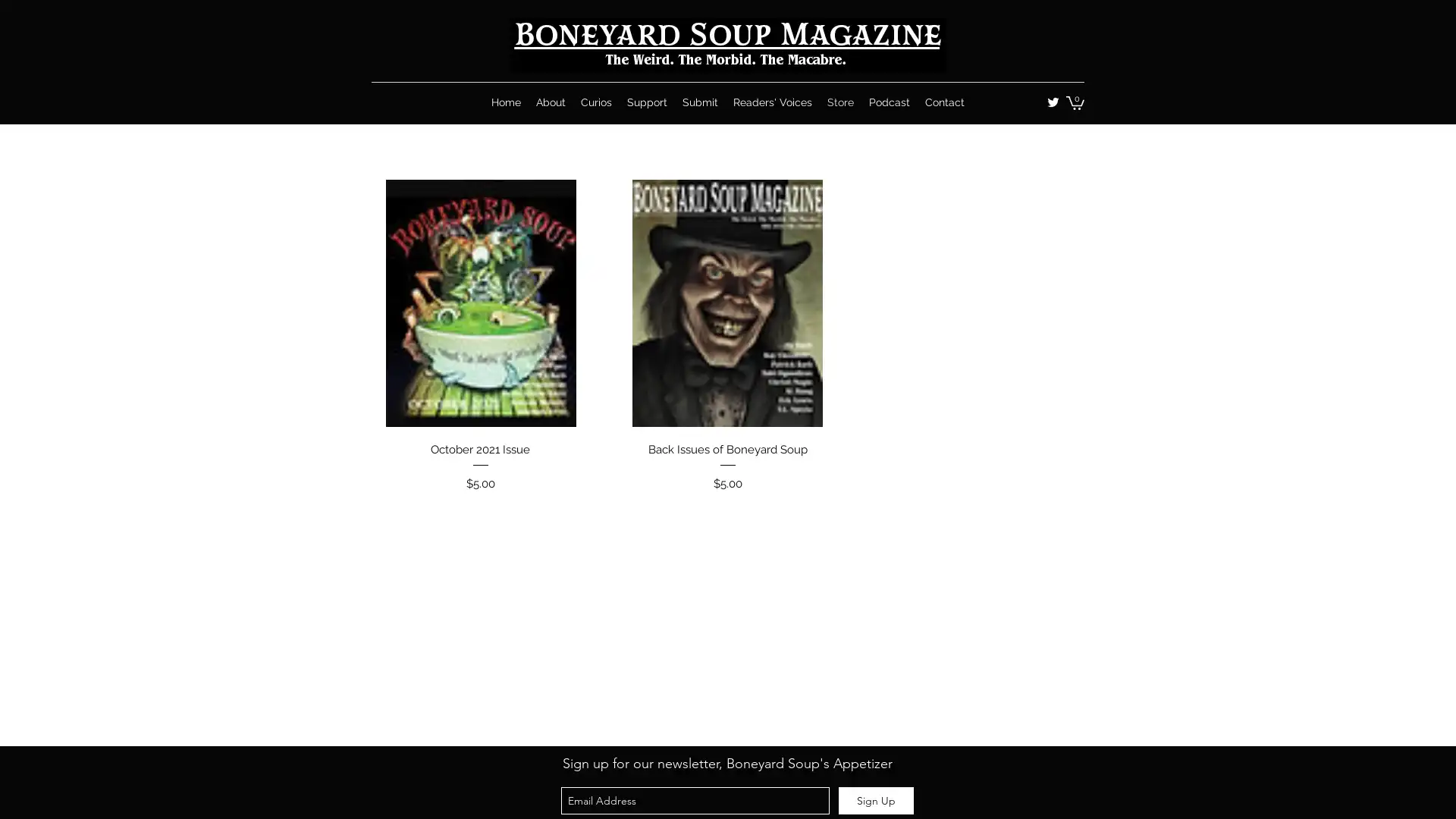  I want to click on Sign Up, so click(876, 800).